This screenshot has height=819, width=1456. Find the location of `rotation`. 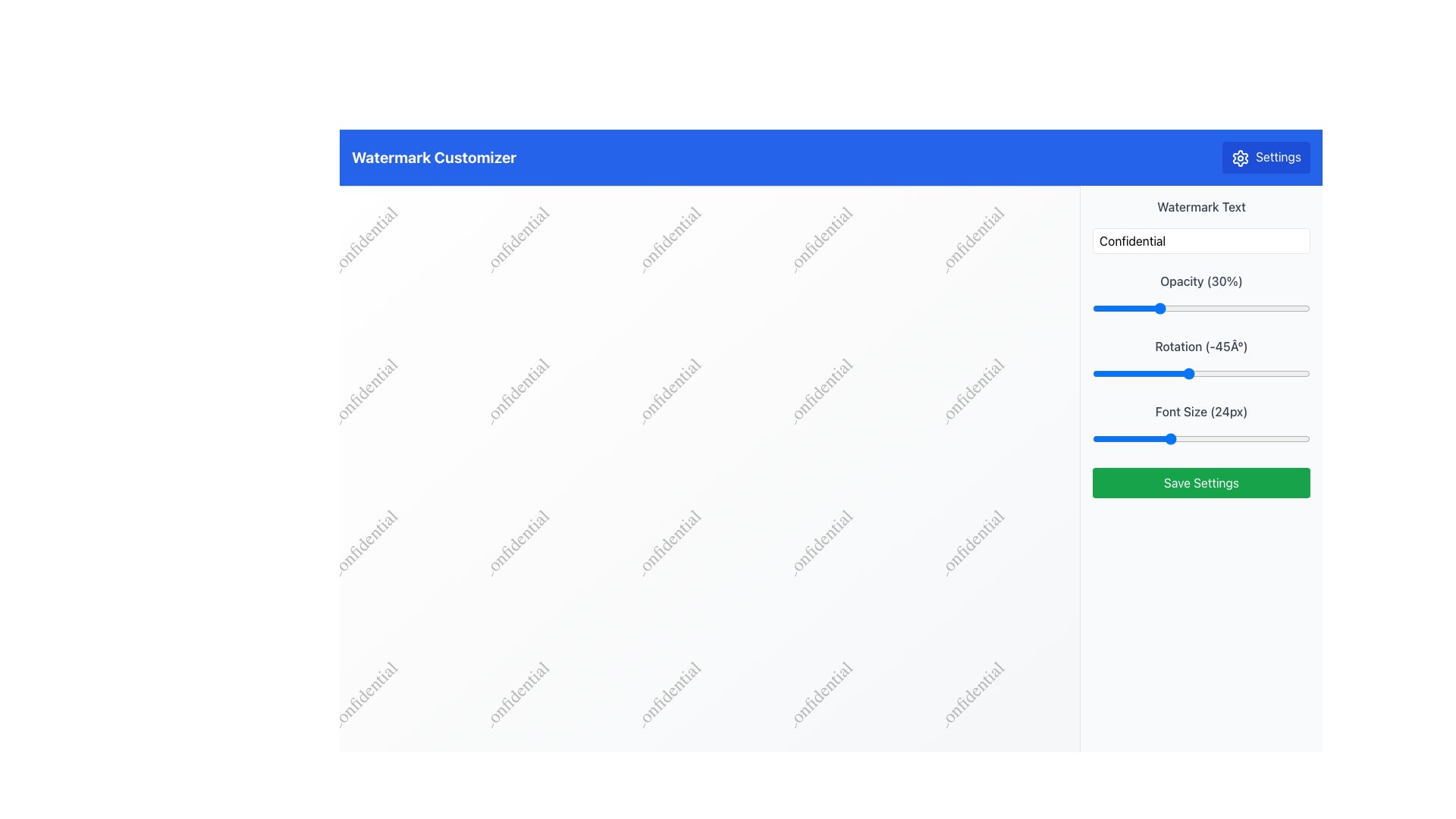

rotation is located at coordinates (1264, 373).